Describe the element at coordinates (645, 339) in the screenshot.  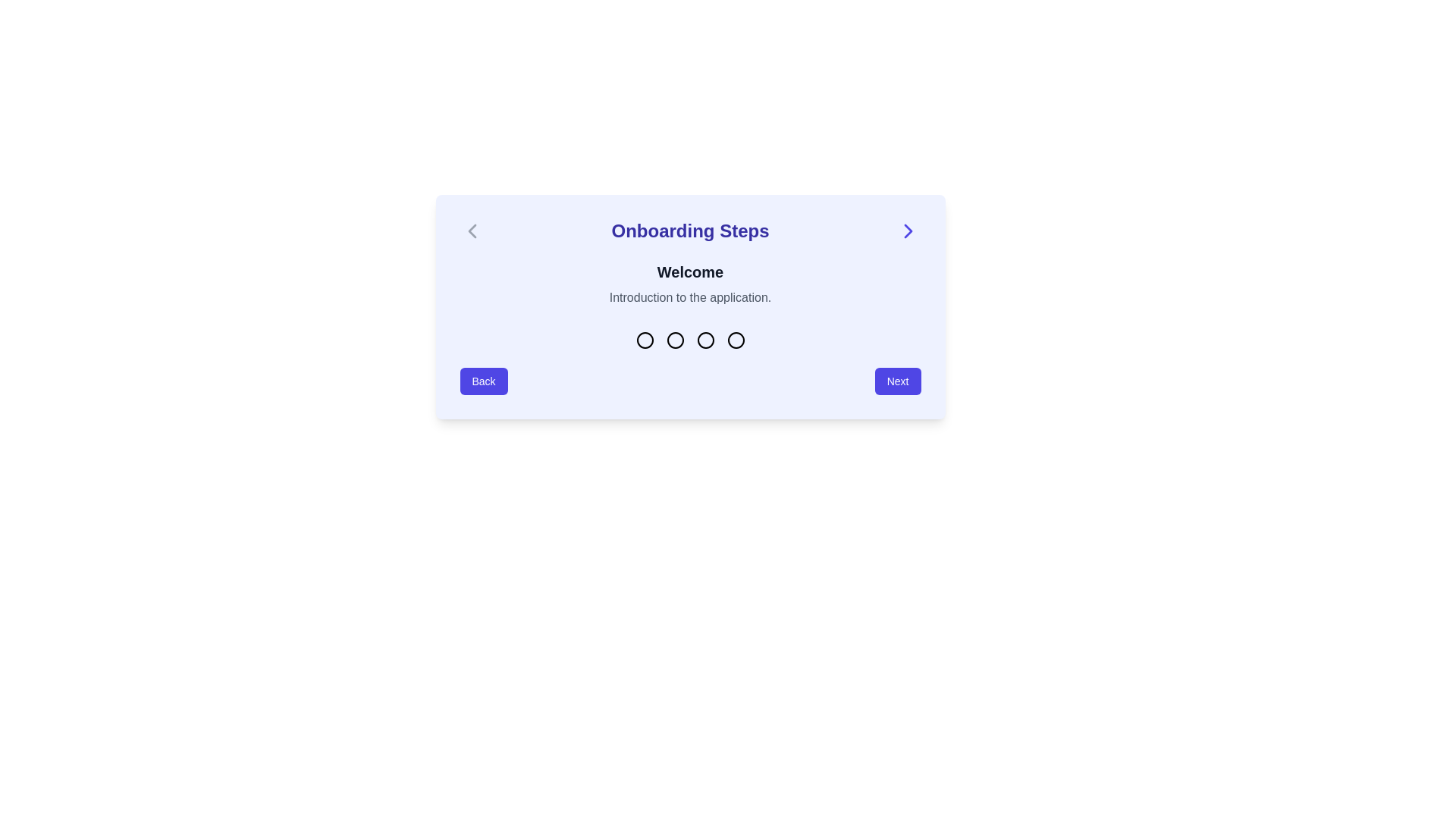
I see `the second circular indicator in the onboarding step indicator group, which visually represents the current step in the onboarding process` at that location.